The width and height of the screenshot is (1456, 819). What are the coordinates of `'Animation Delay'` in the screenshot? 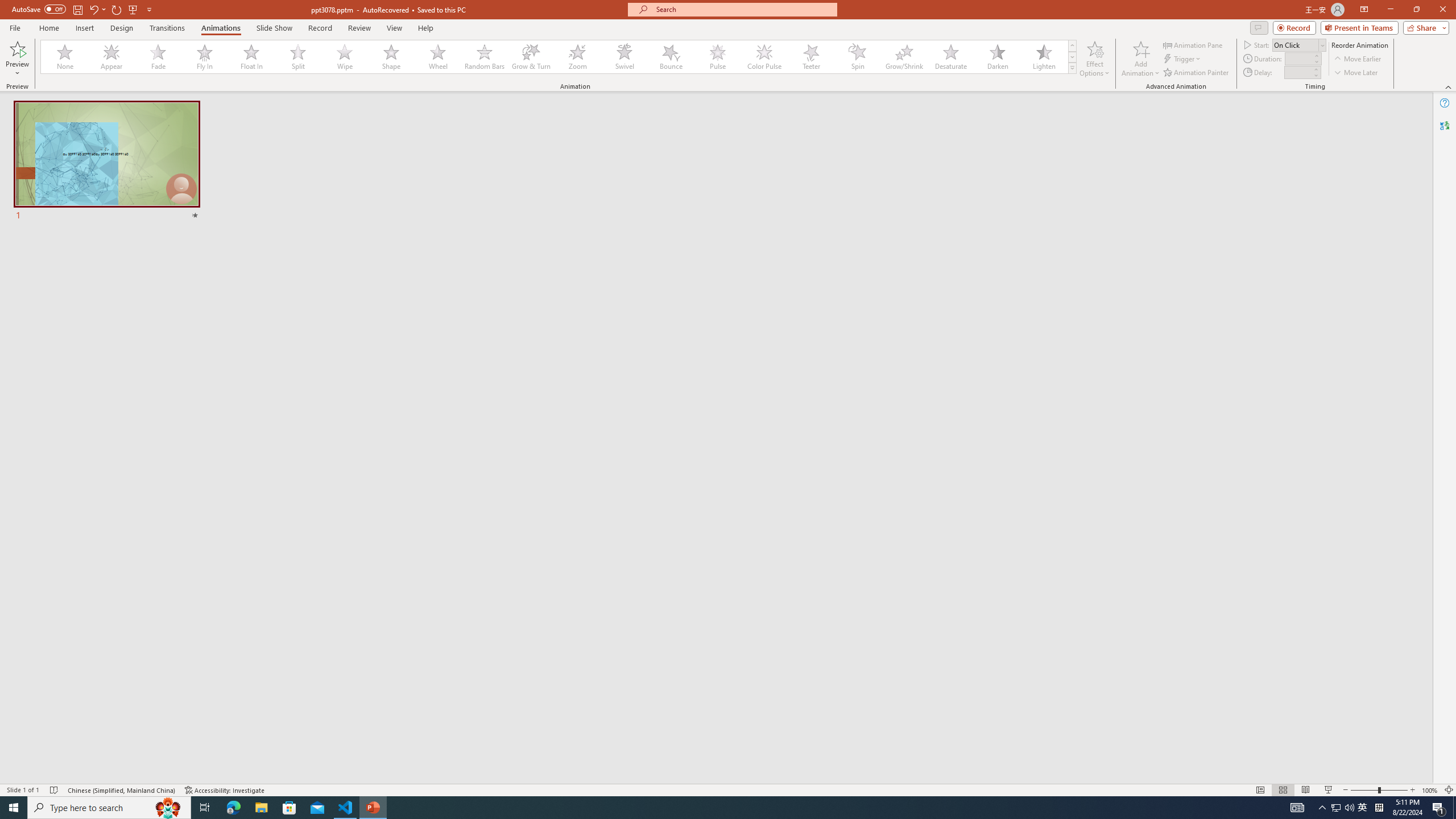 It's located at (1296, 72).